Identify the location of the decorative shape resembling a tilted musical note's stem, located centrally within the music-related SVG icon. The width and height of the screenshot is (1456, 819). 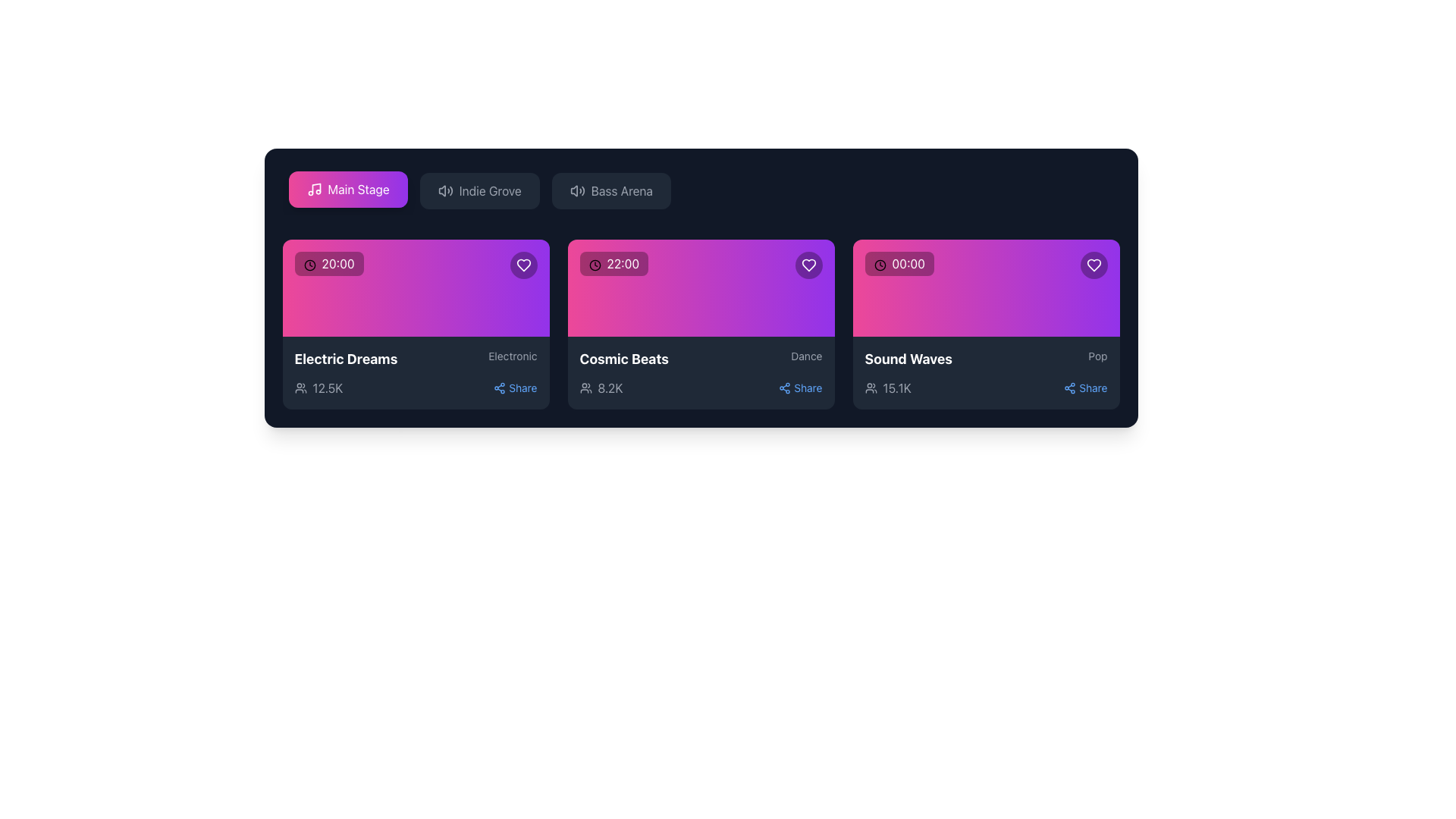
(315, 187).